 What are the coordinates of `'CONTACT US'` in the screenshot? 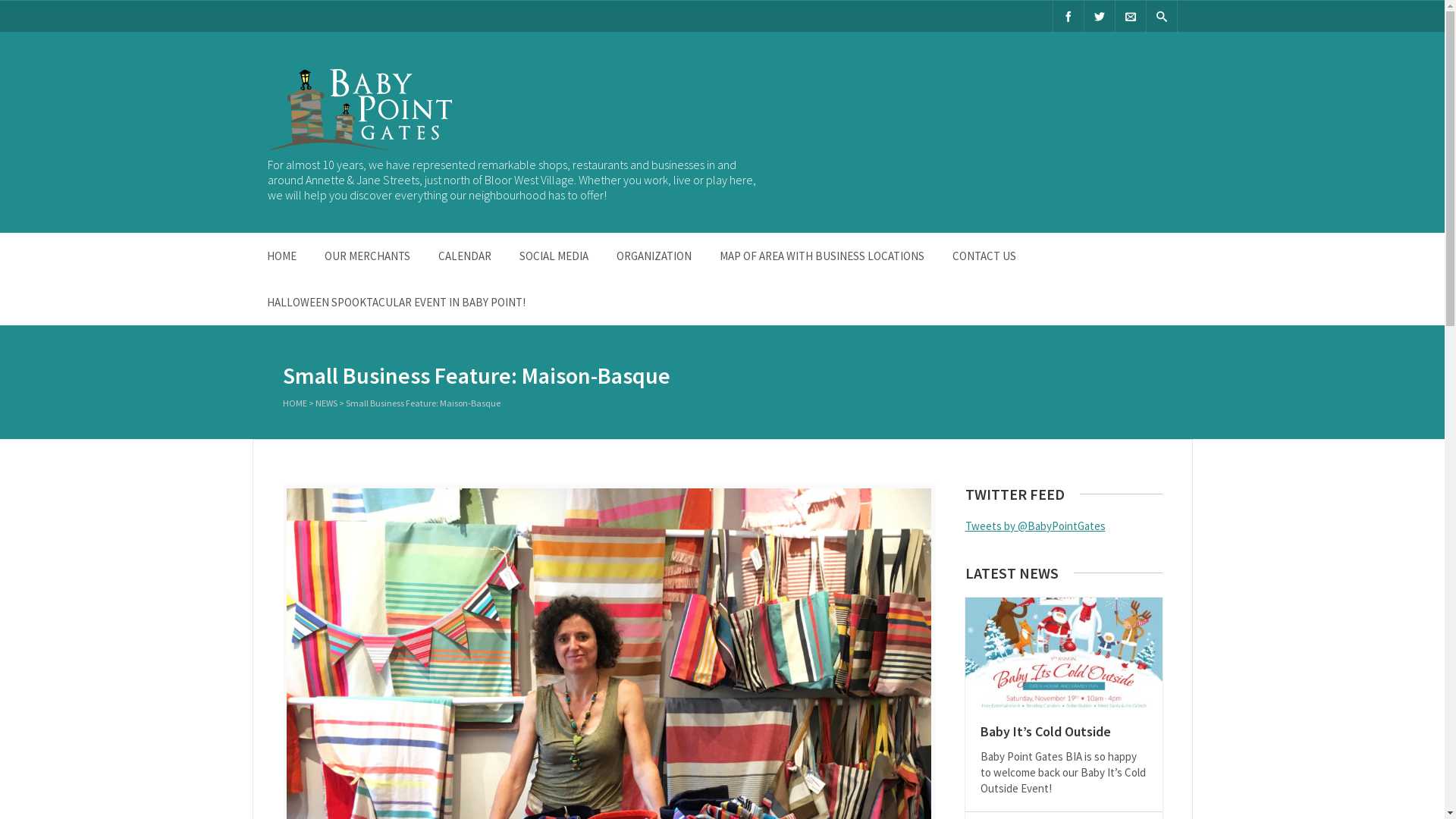 It's located at (983, 255).